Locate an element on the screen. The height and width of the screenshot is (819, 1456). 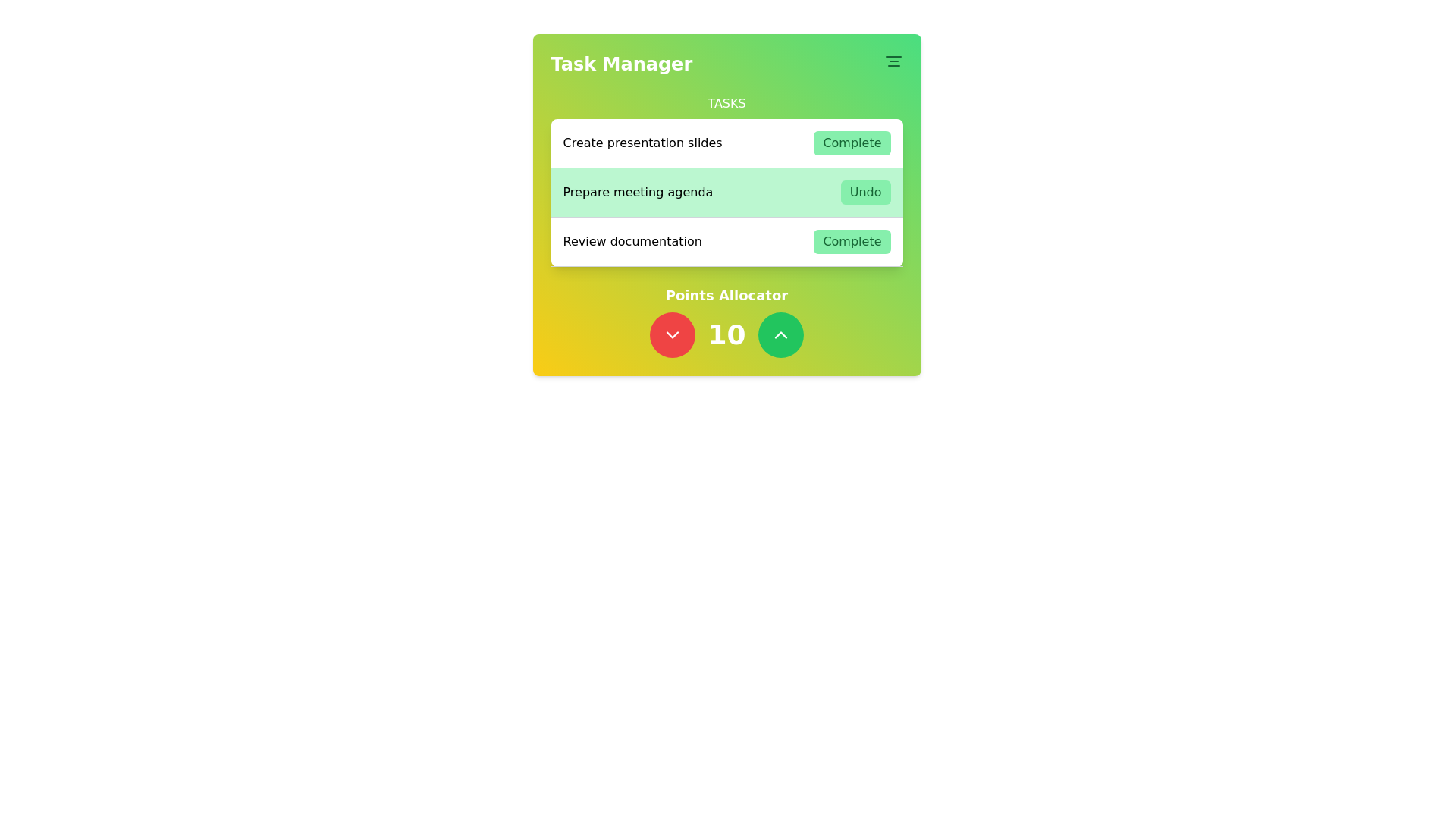
the chevron-down icon located within a circular red button at the bottom-left of the Points Allocator section in the Task Manager interface is located at coordinates (672, 334).